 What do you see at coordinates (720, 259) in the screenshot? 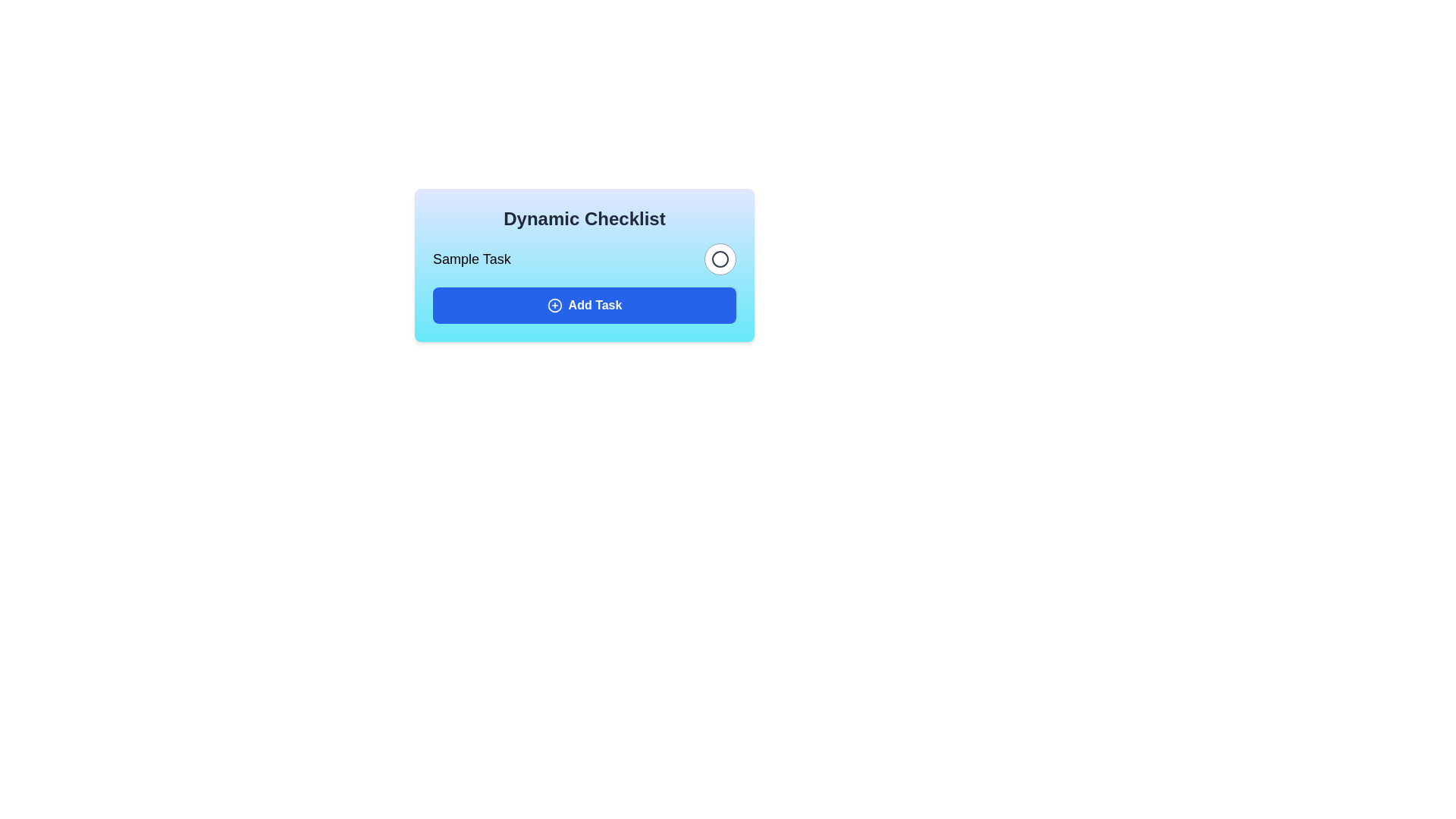
I see `the toggle button to change the completion status of the task` at bounding box center [720, 259].